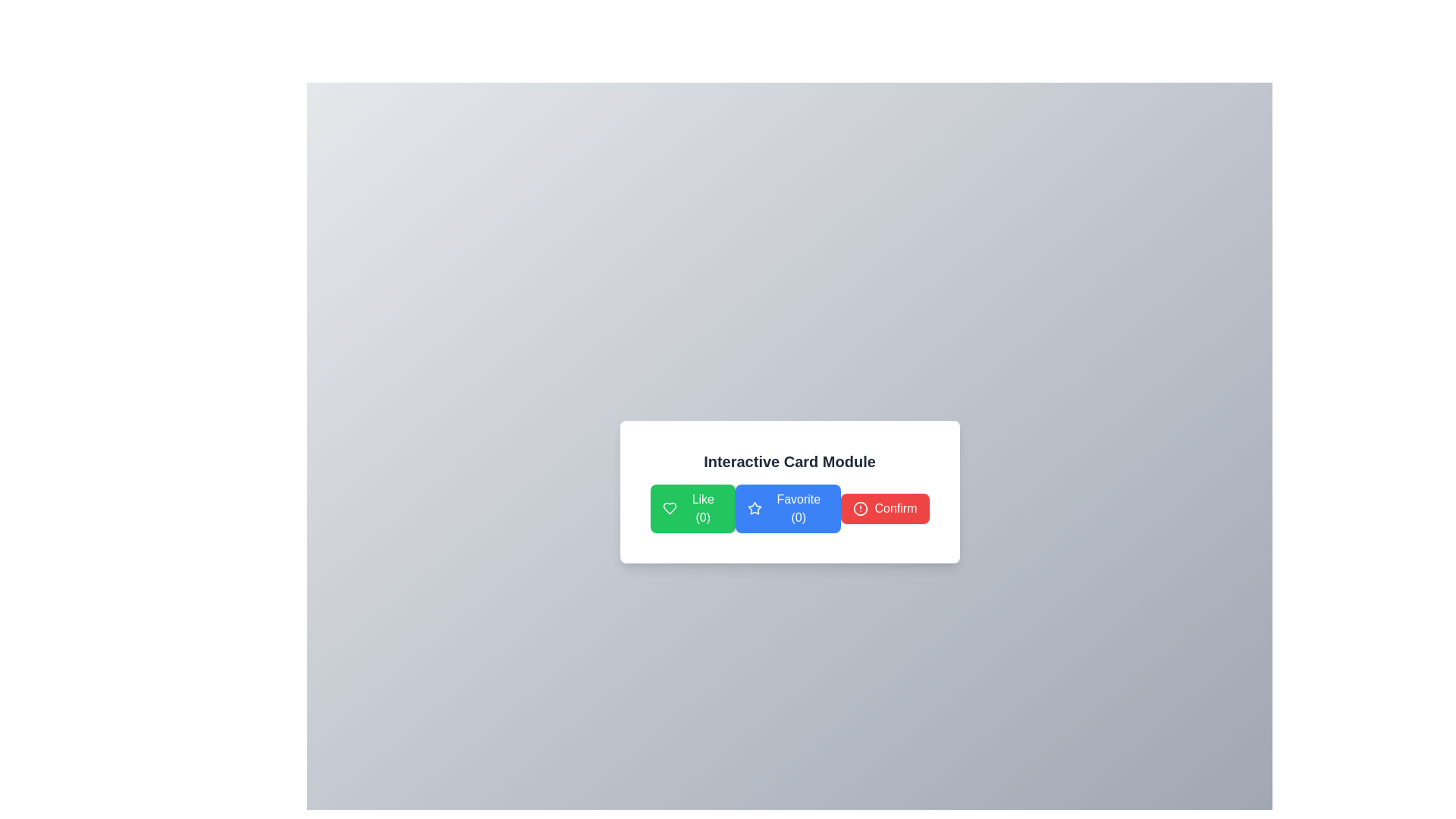  Describe the element at coordinates (896, 509) in the screenshot. I see `the red button labeled 'Confirm' which is the rightmost button in the interactive module to confirm the action` at that location.